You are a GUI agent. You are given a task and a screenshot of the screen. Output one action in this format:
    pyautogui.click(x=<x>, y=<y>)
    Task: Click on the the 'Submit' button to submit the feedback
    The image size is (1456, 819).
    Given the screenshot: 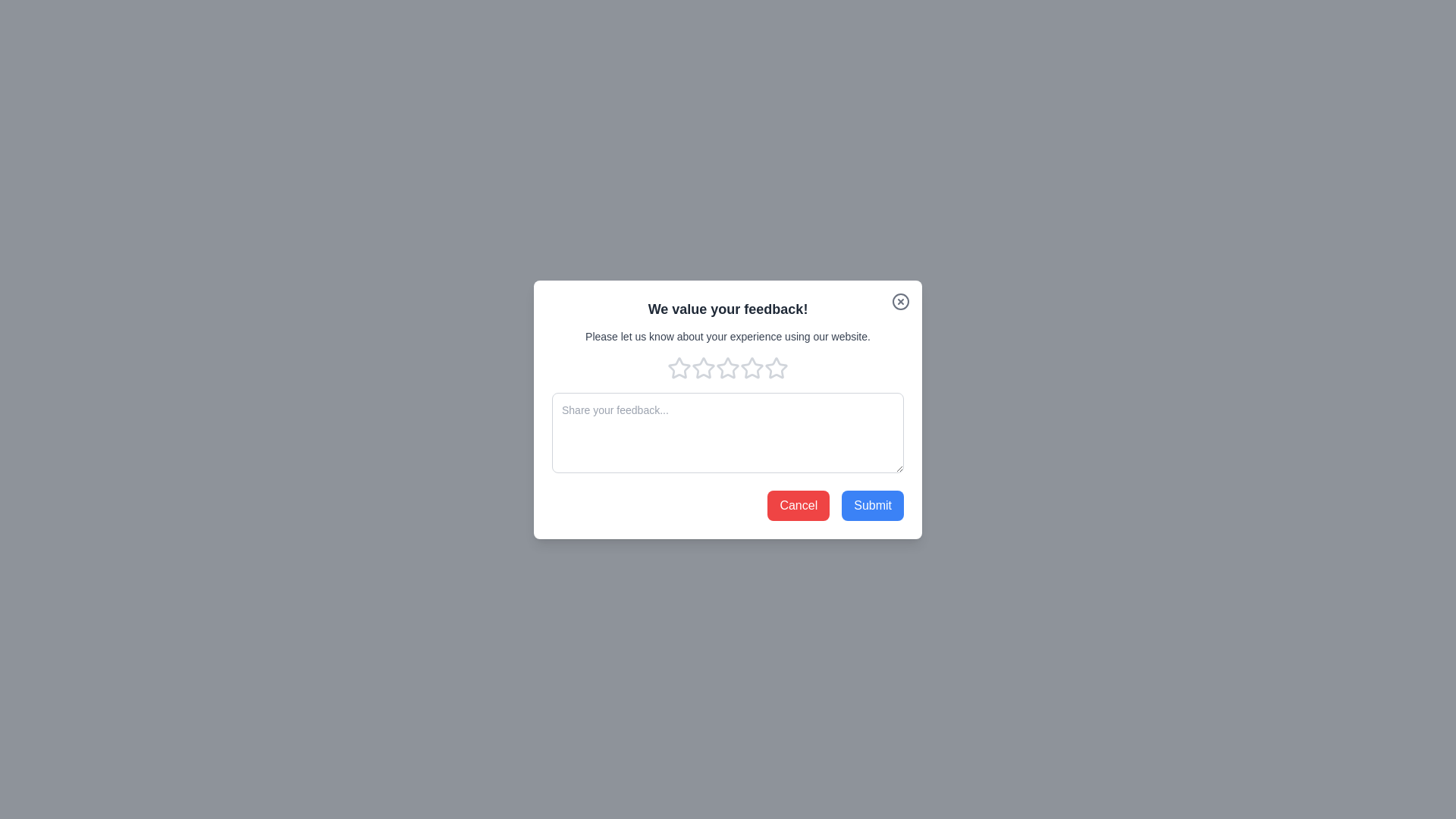 What is the action you would take?
    pyautogui.click(x=873, y=505)
    